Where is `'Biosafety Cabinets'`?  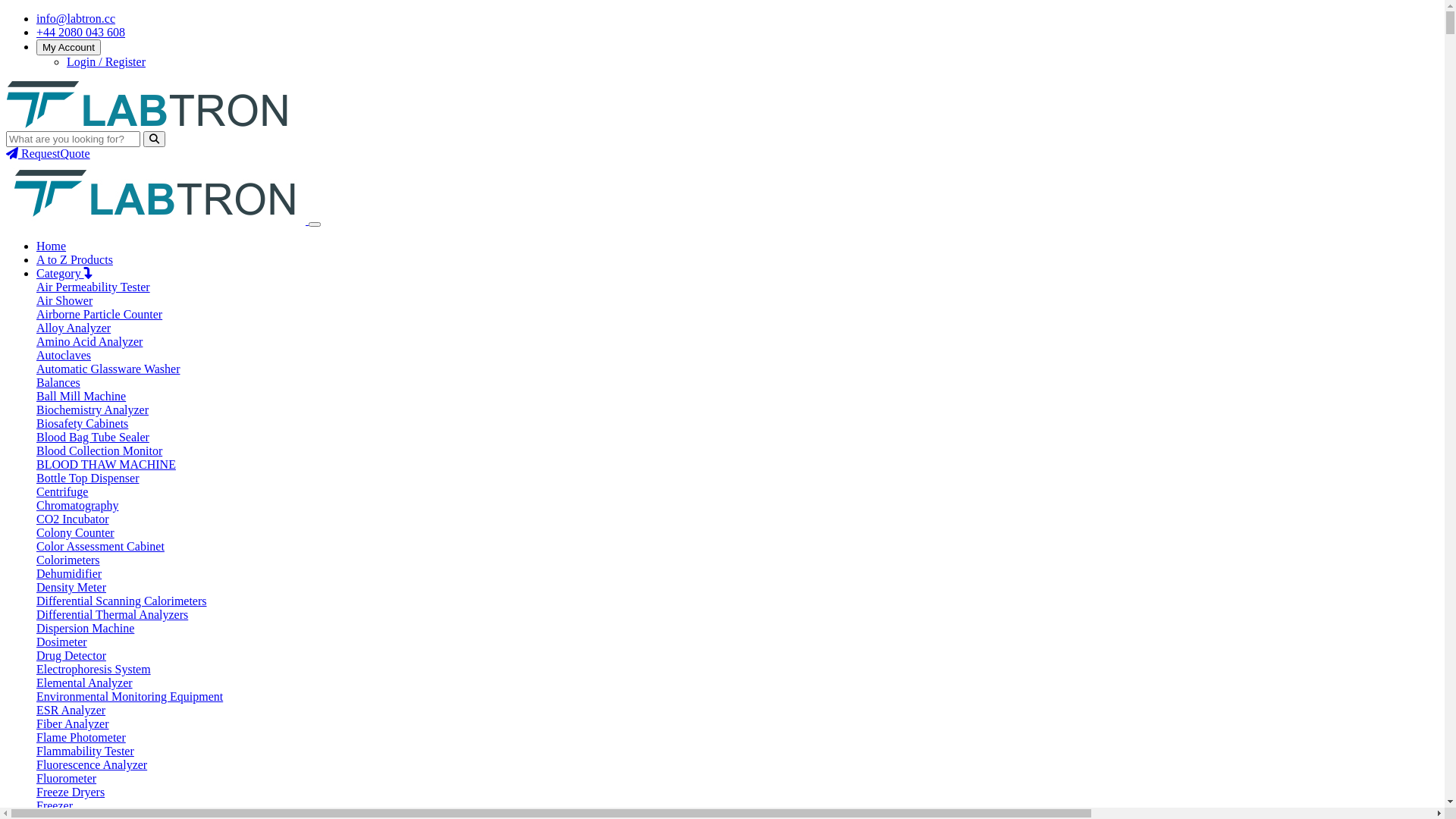
'Biosafety Cabinets' is located at coordinates (81, 423).